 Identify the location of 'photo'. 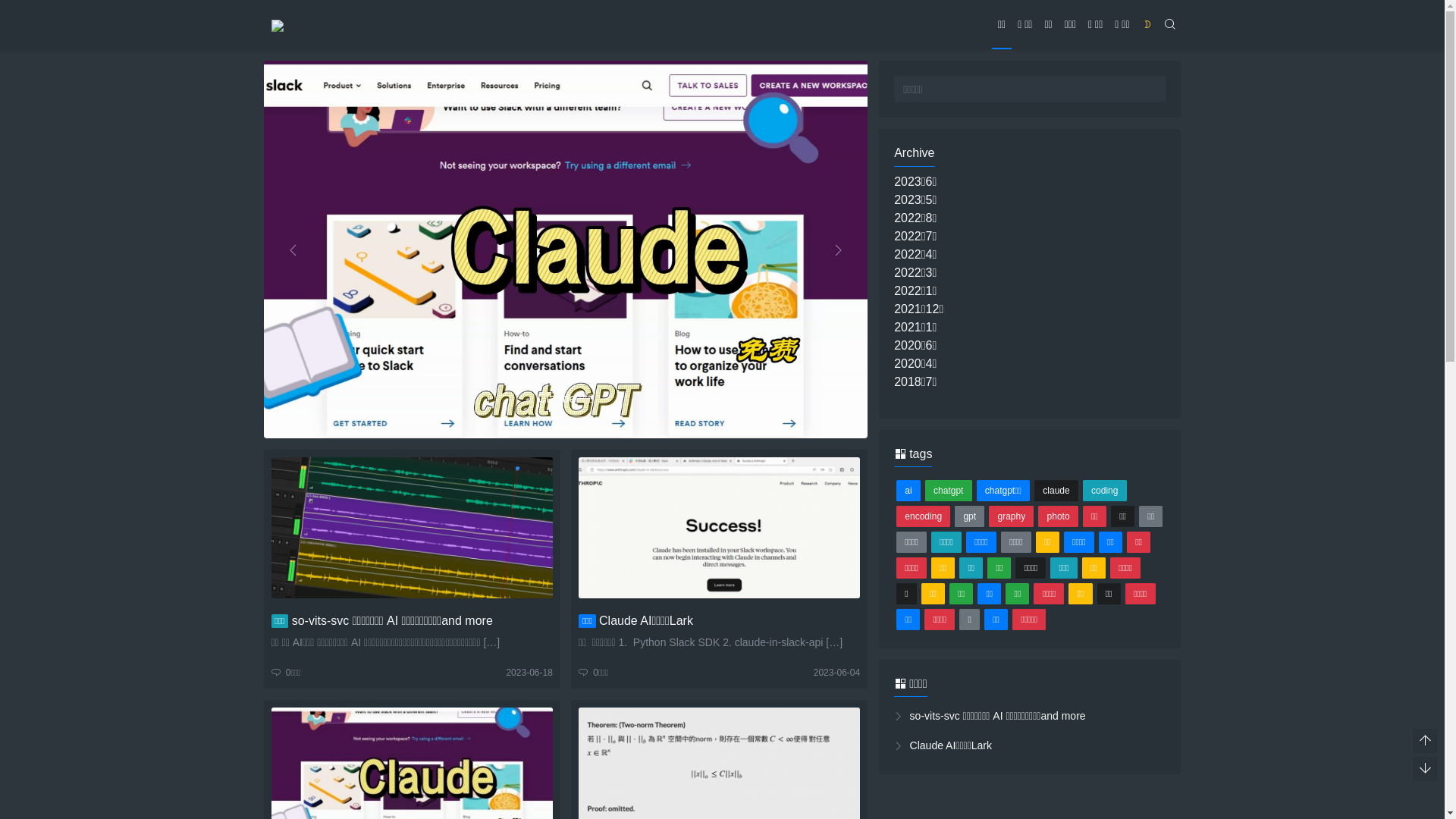
(1037, 516).